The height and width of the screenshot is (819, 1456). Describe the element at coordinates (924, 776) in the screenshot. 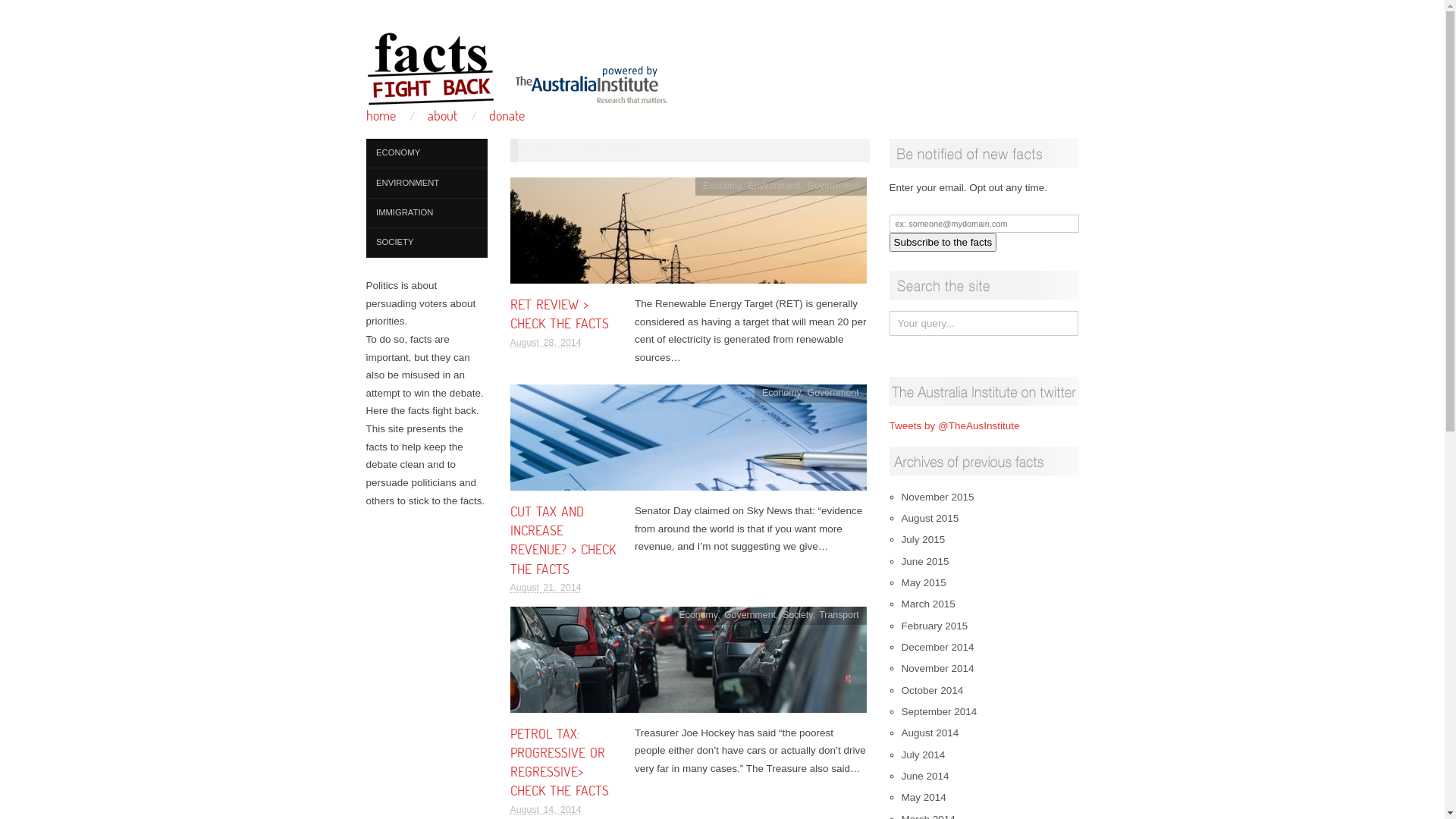

I see `'June 2014'` at that location.